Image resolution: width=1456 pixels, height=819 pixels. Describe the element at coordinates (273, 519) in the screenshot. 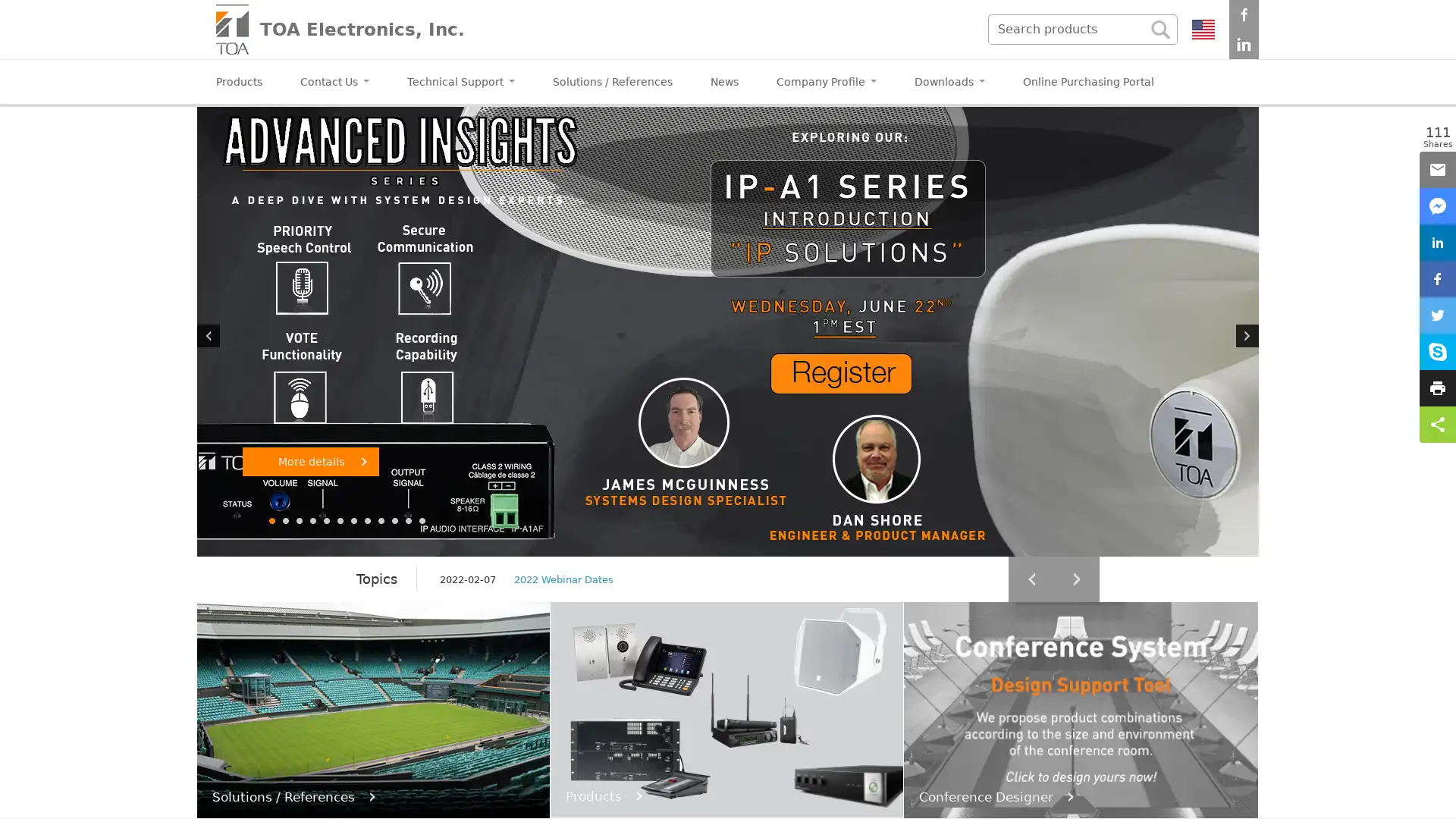

I see `1` at that location.